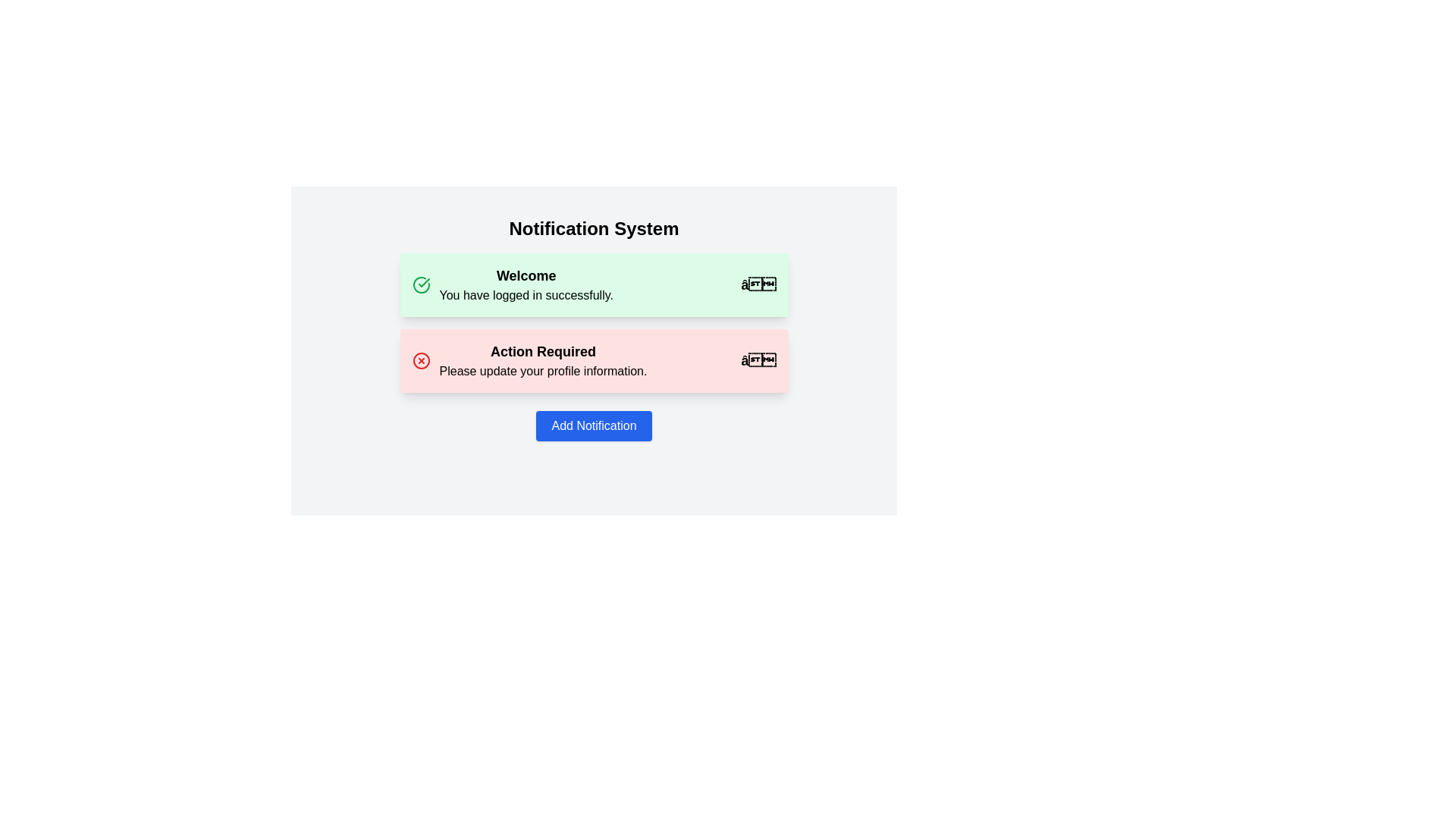 The image size is (1456, 819). Describe the element at coordinates (421, 284) in the screenshot. I see `the confirmation icon located at the leftmost side of the 'Welcome' notification box, adjacent to the text 'Welcome You have logged in successfully.'` at that location.